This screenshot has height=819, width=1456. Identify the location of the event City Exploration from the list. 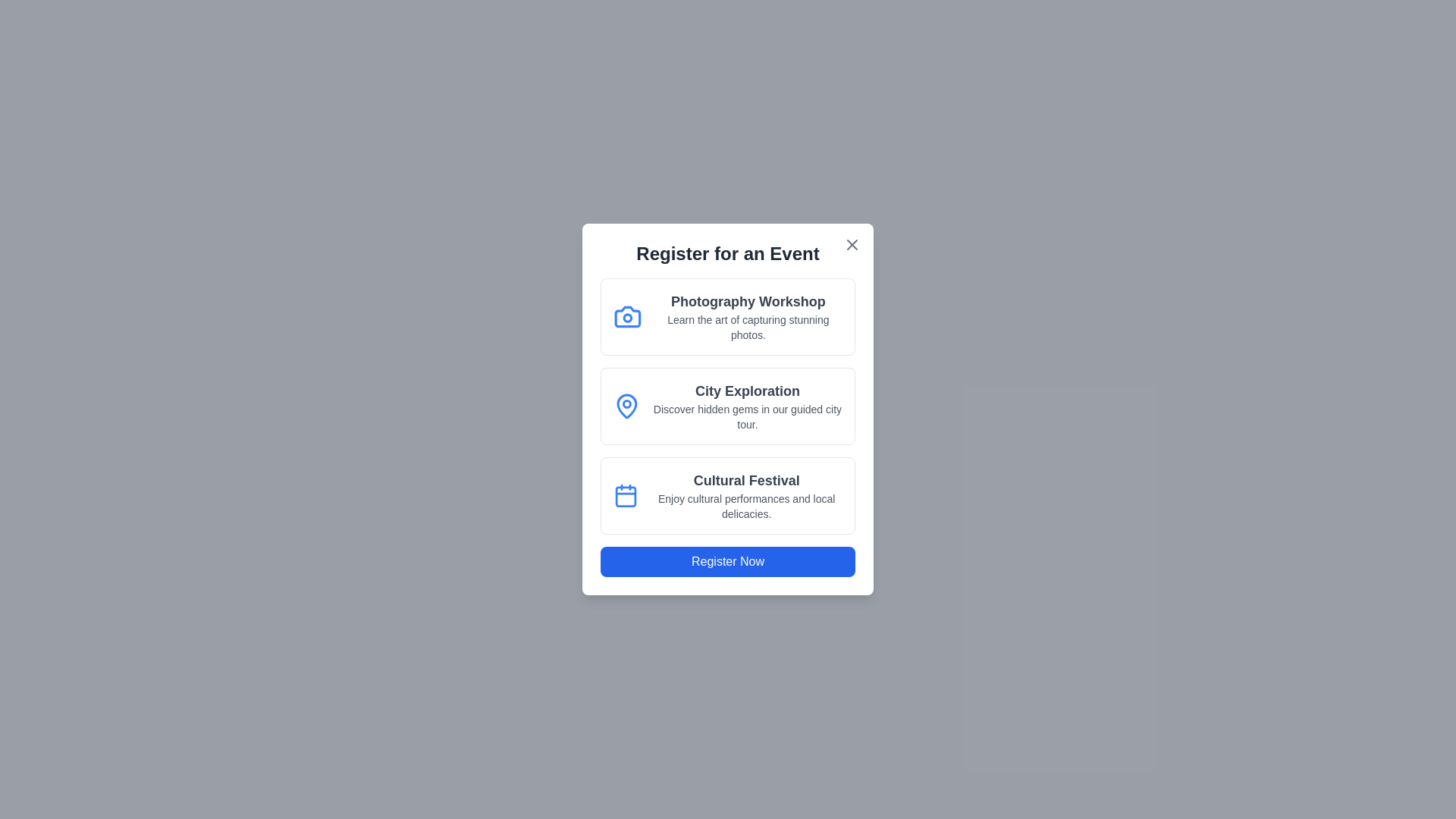
(728, 406).